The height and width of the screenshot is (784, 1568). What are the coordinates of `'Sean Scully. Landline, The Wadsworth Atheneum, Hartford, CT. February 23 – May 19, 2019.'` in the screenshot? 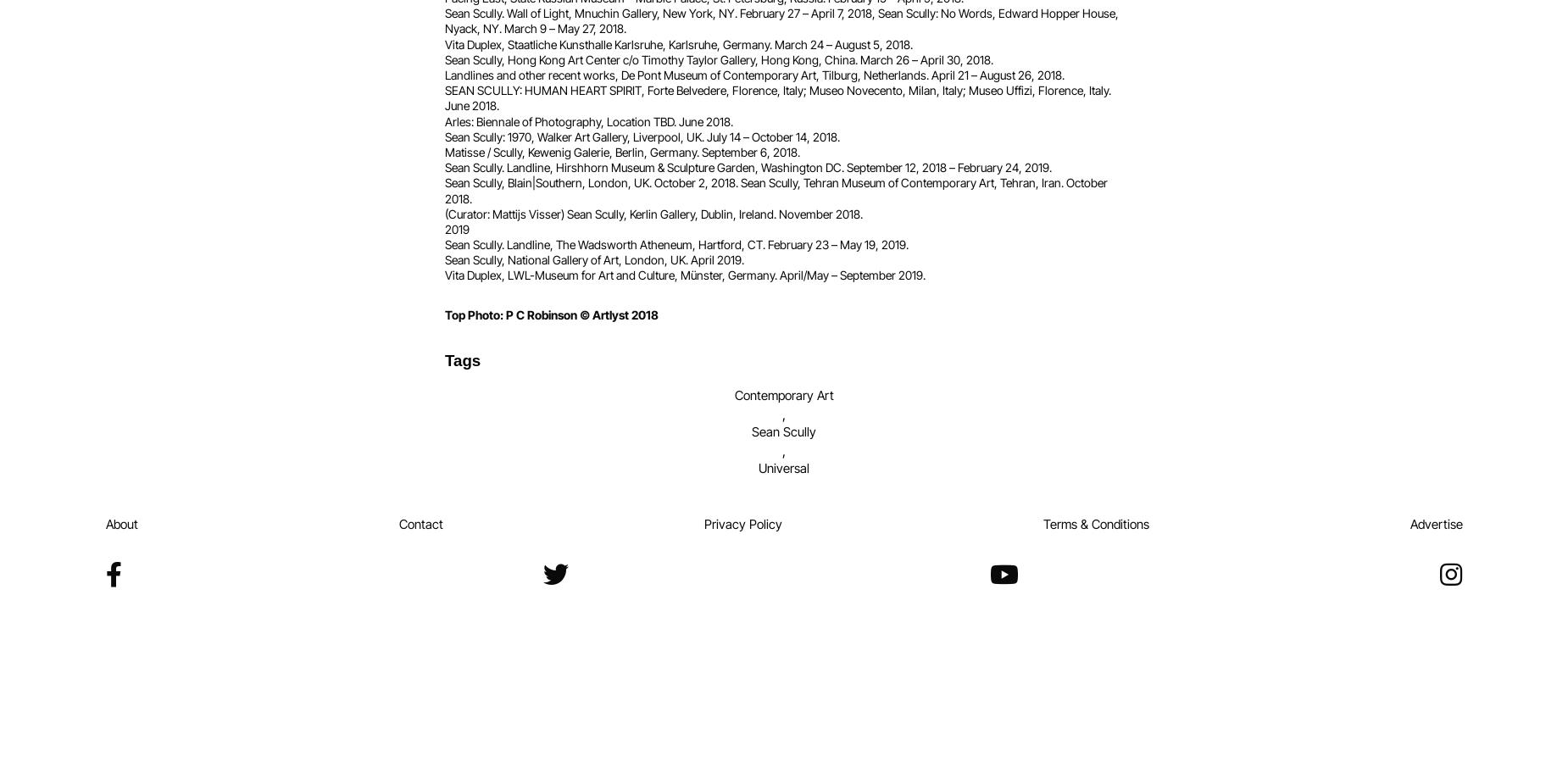 It's located at (445, 243).